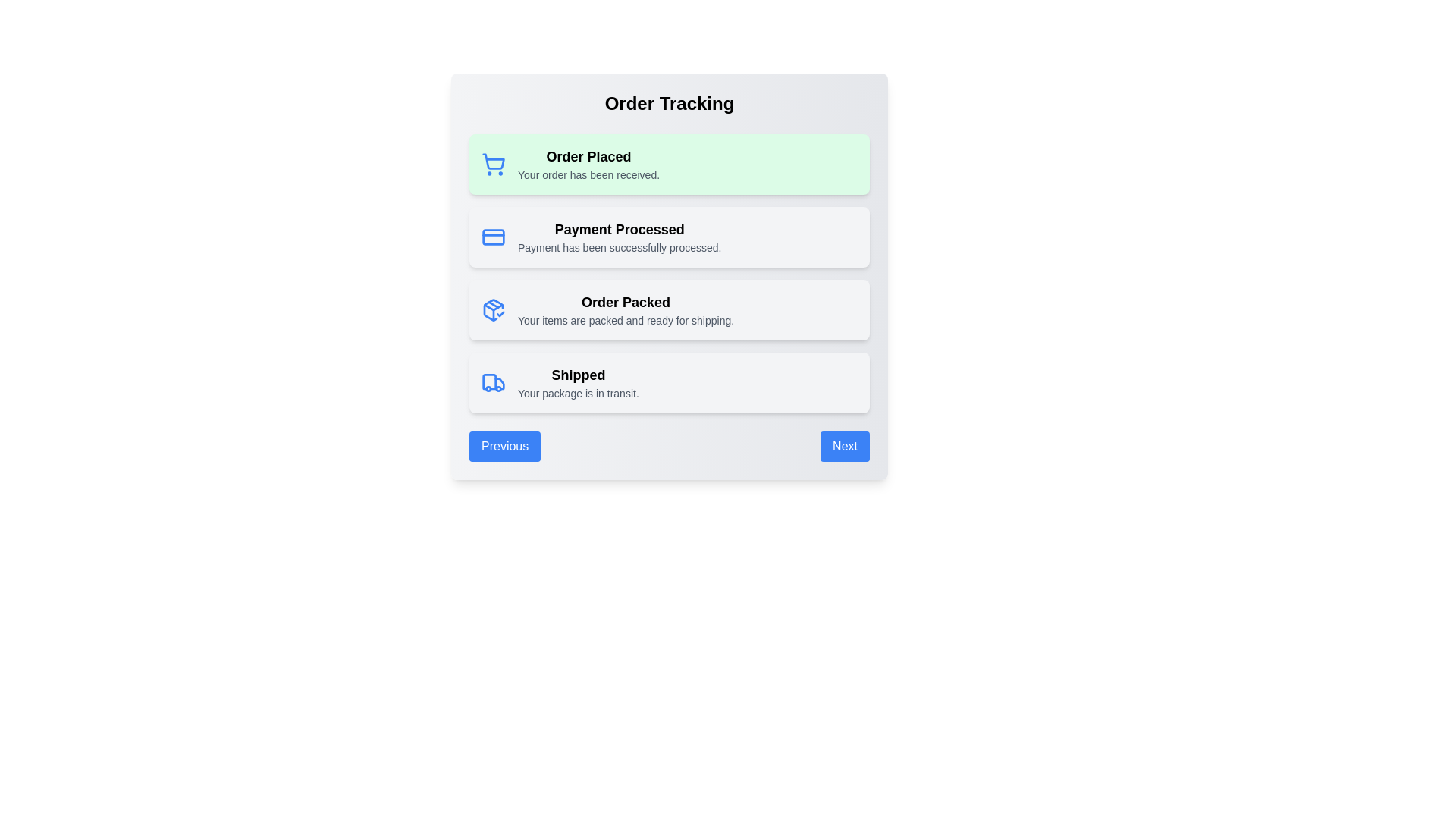 This screenshot has width=1456, height=819. Describe the element at coordinates (494, 164) in the screenshot. I see `the blue shopping cart icon located in the top-left corner of the green-highlighted 'Order Placed' panel` at that location.